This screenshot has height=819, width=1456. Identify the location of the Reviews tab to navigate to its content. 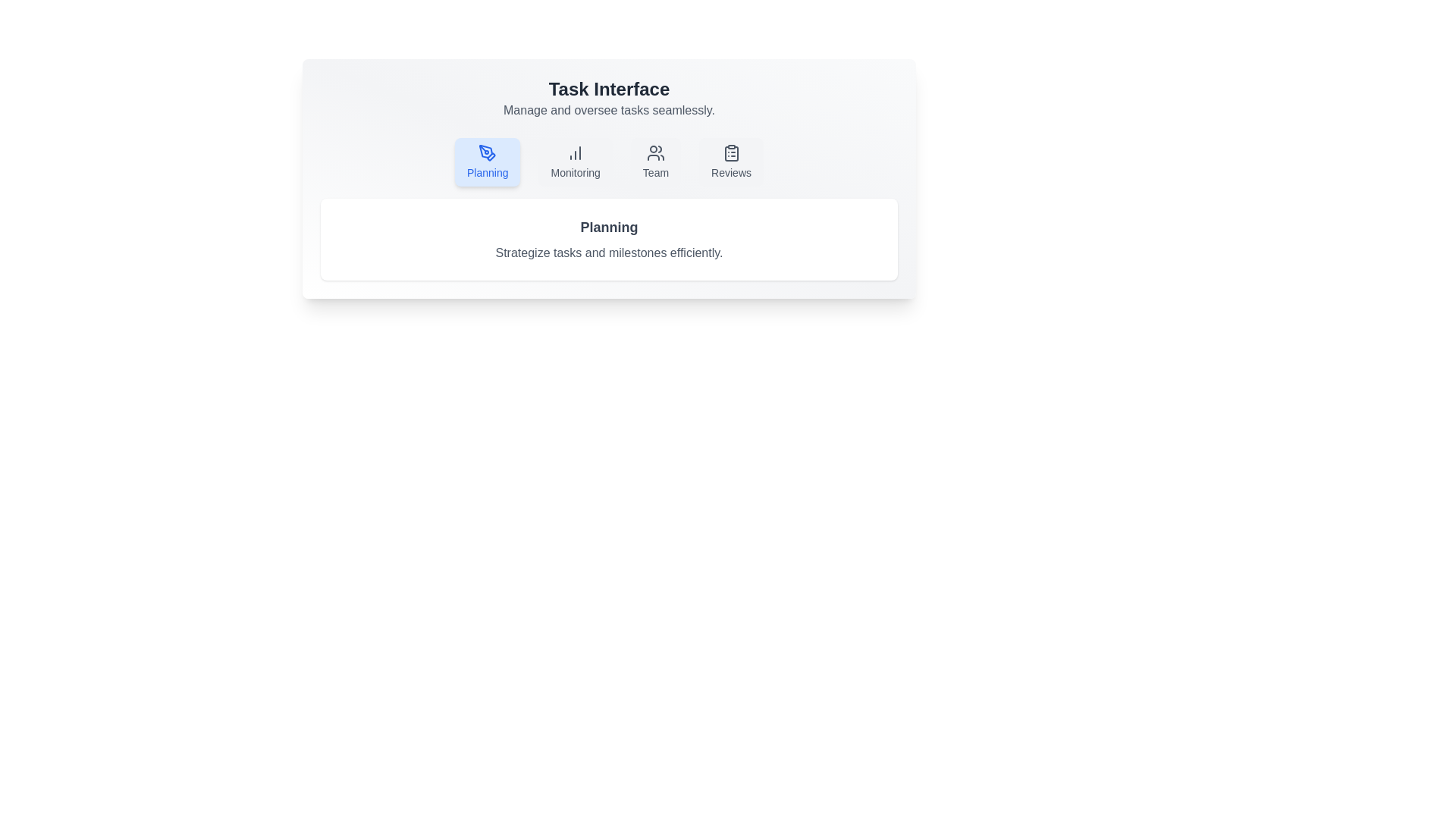
(731, 162).